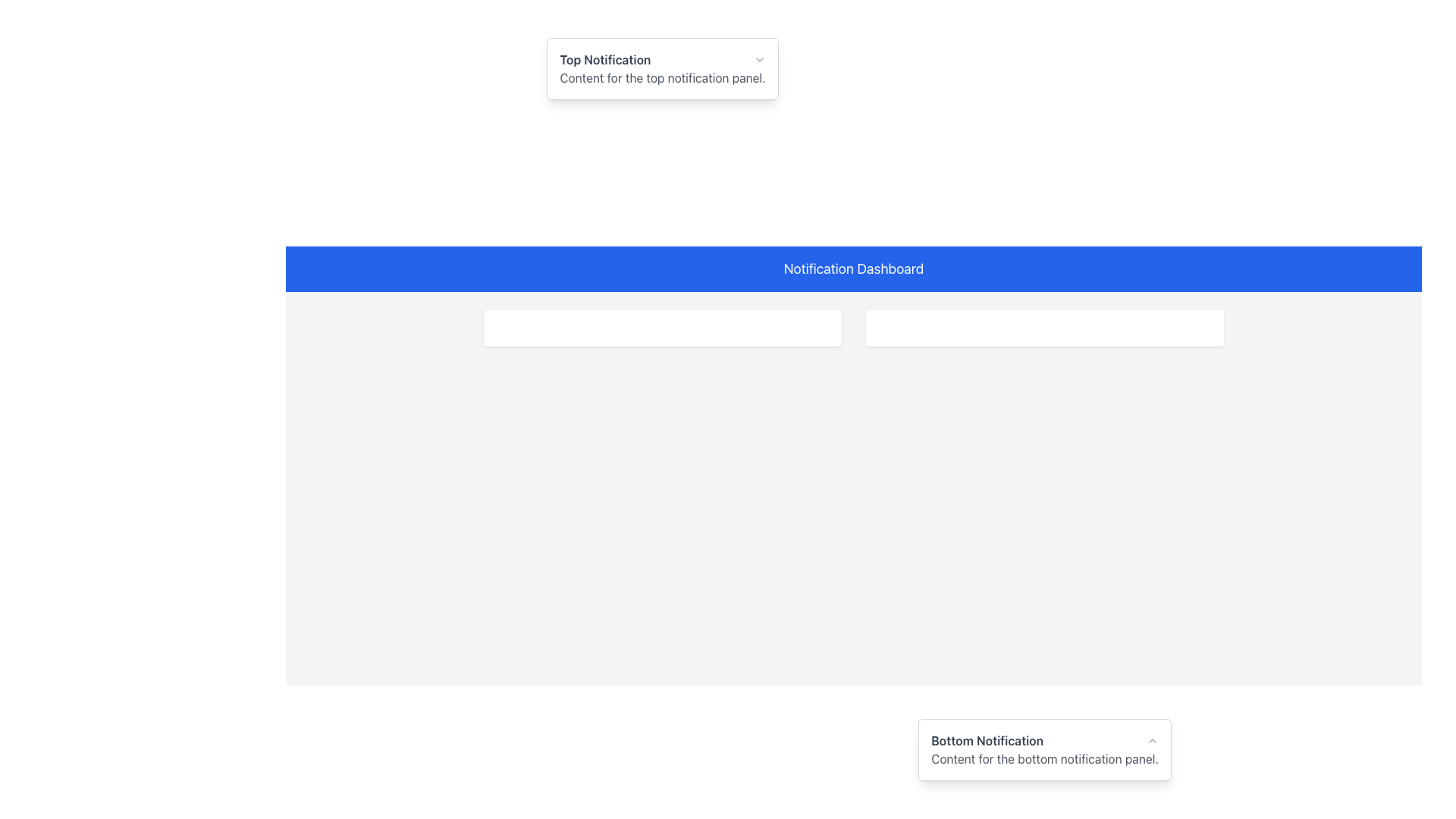  What do you see at coordinates (759, 58) in the screenshot?
I see `the Dropdown Control located in the Top Notification section to change its color` at bounding box center [759, 58].